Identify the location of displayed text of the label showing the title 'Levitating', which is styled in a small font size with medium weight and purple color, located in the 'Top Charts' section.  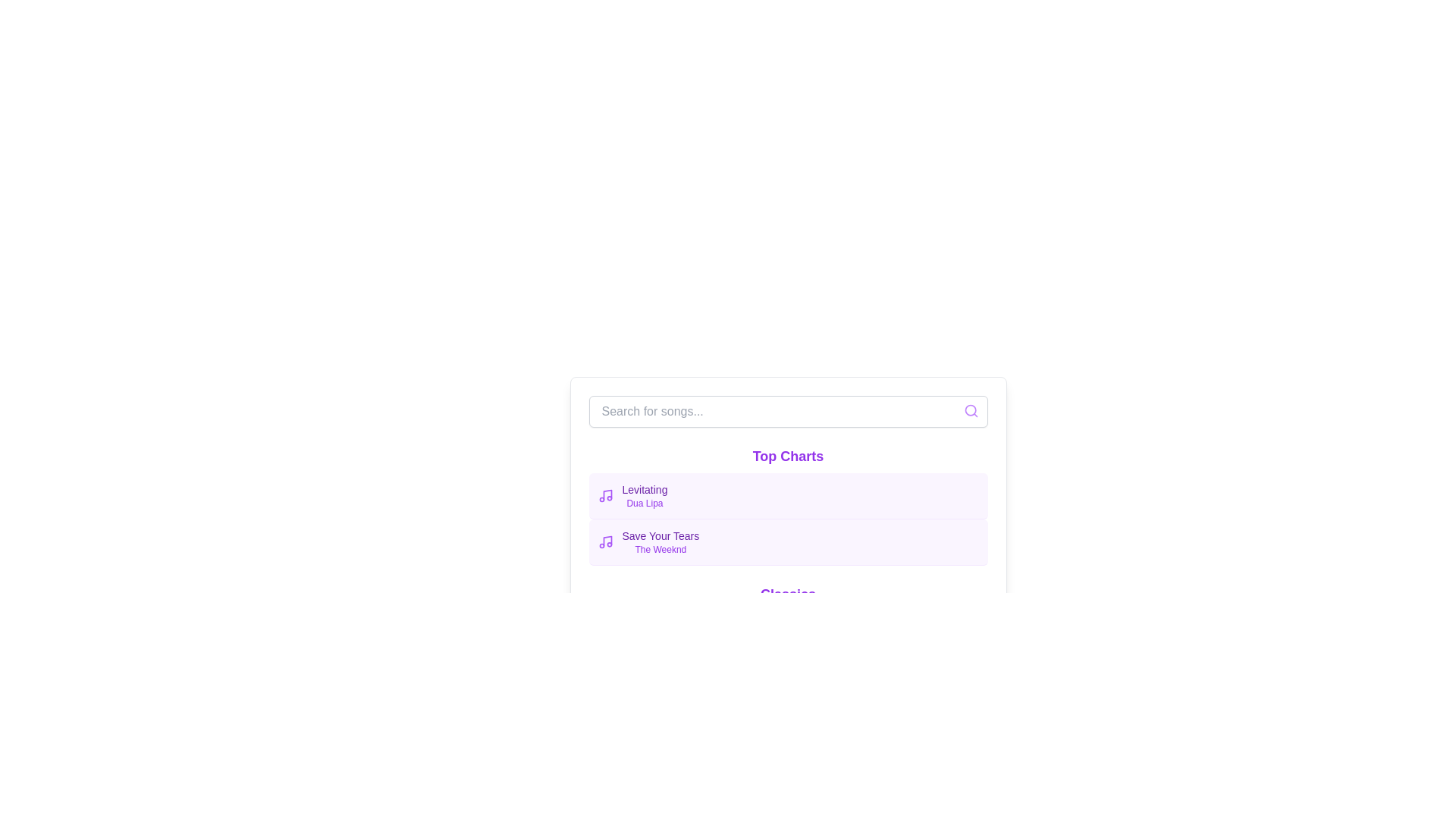
(645, 489).